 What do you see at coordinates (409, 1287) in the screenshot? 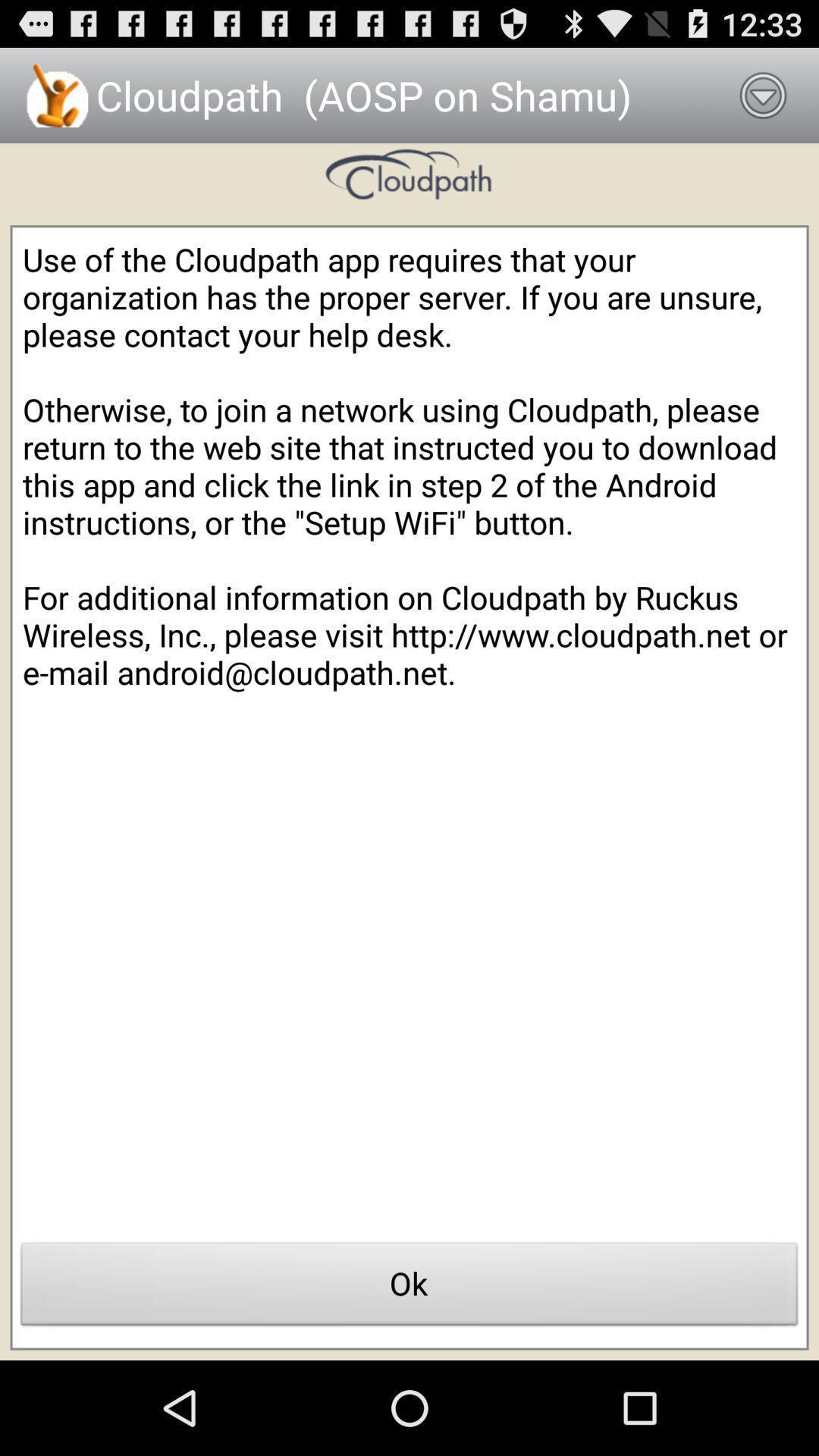
I see `icon at the bottom` at bounding box center [409, 1287].